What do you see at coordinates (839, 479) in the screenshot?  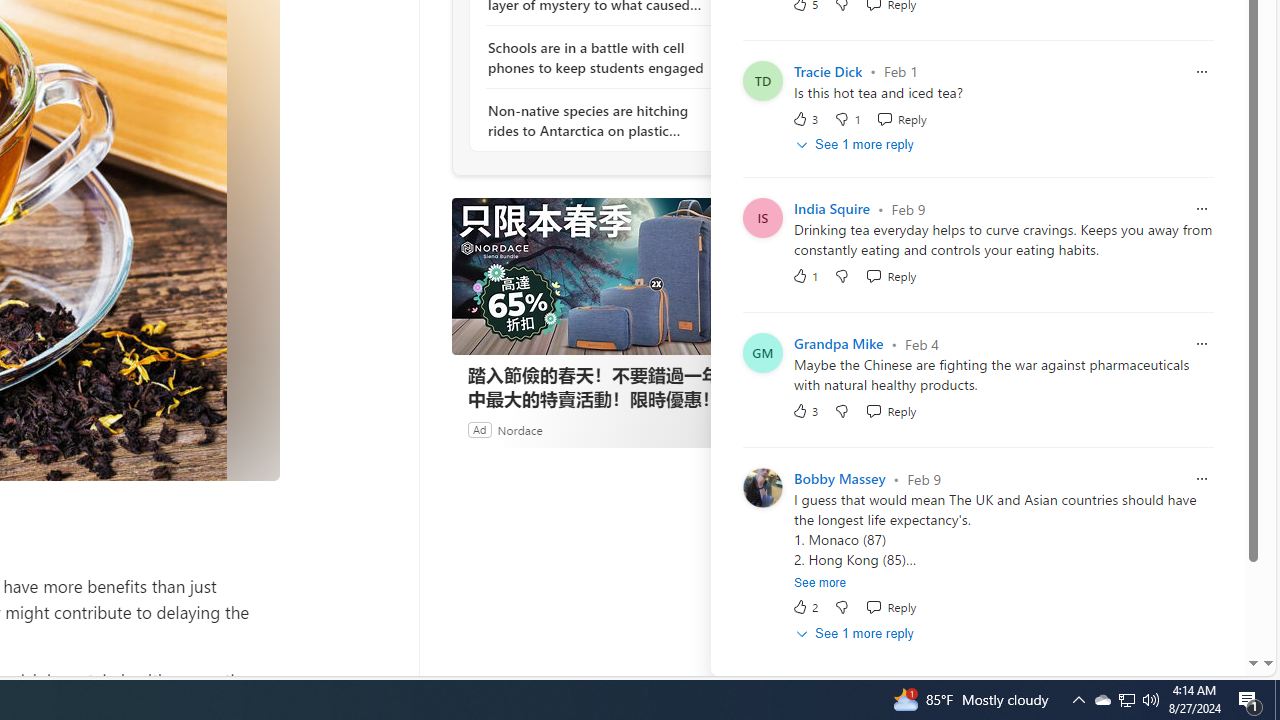 I see `'Bobby Massey'` at bounding box center [839, 479].